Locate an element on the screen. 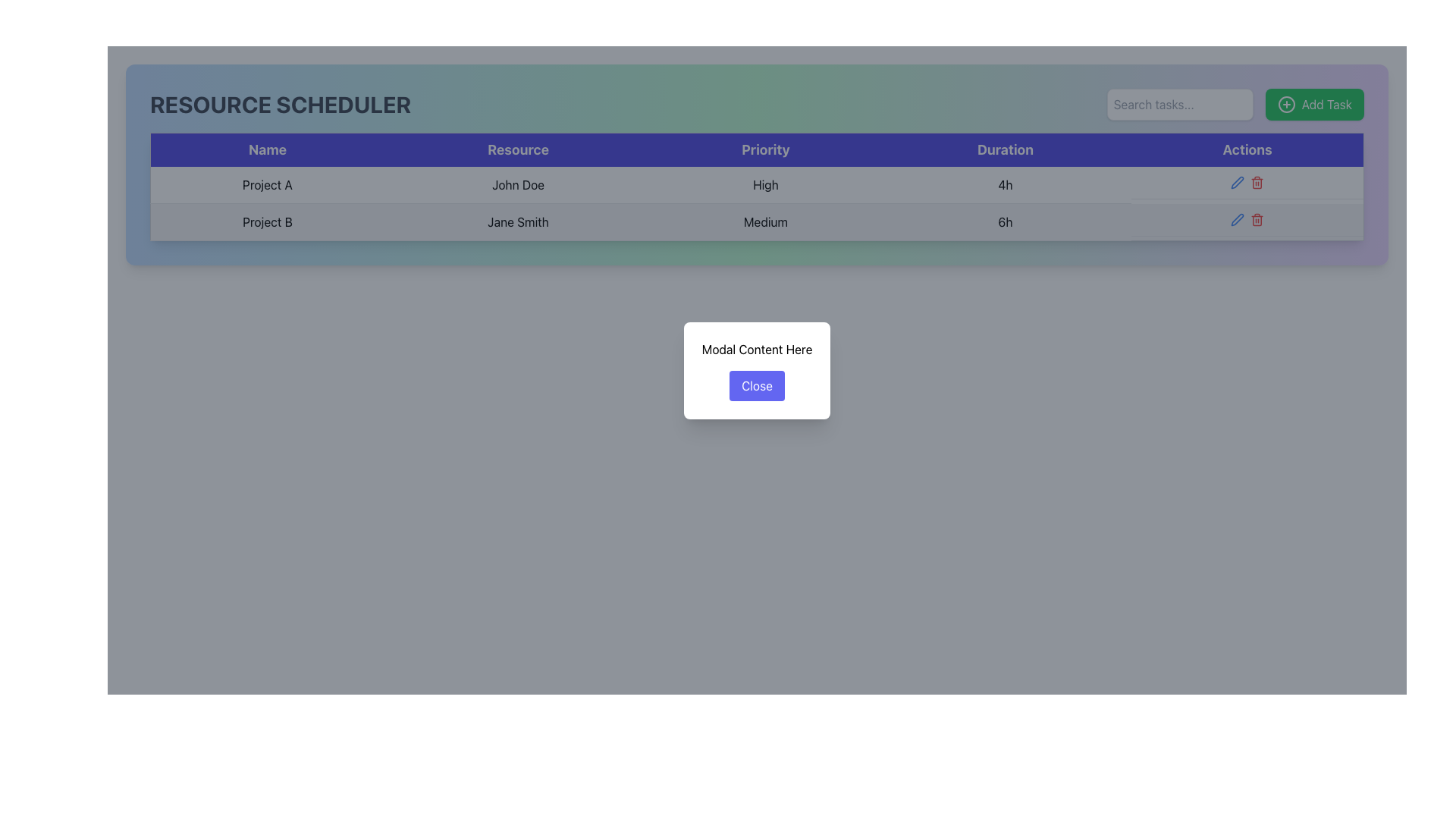 This screenshot has width=1456, height=819. the purple navbar segment containing the table headers 'Name', 'Resource', 'Priority', 'Duration', and 'Actions', located directly beneath the 'RESOURCE SCHEDULER' title is located at coordinates (757, 149).